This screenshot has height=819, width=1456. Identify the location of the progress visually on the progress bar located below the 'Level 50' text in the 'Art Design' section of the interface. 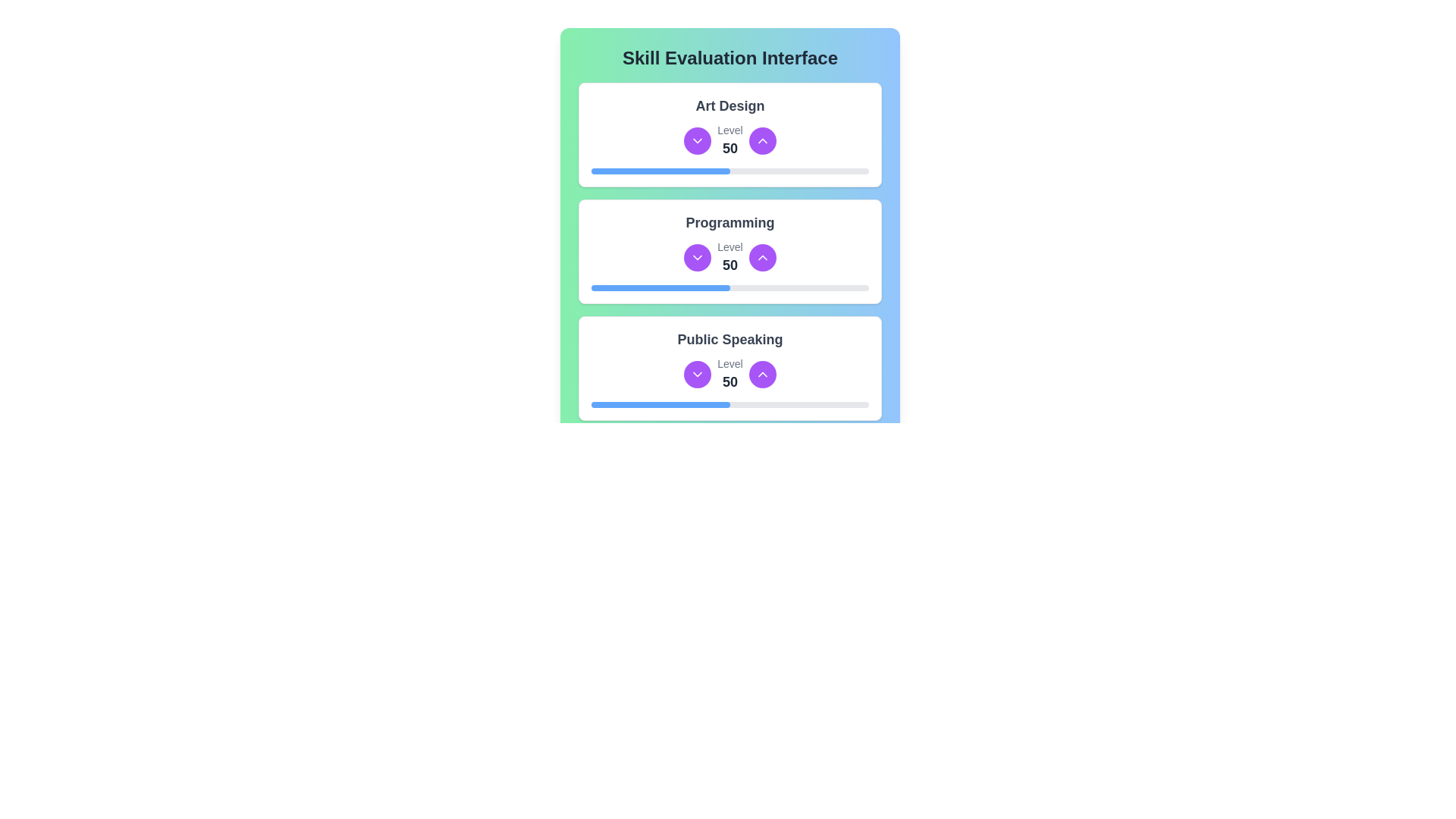
(730, 171).